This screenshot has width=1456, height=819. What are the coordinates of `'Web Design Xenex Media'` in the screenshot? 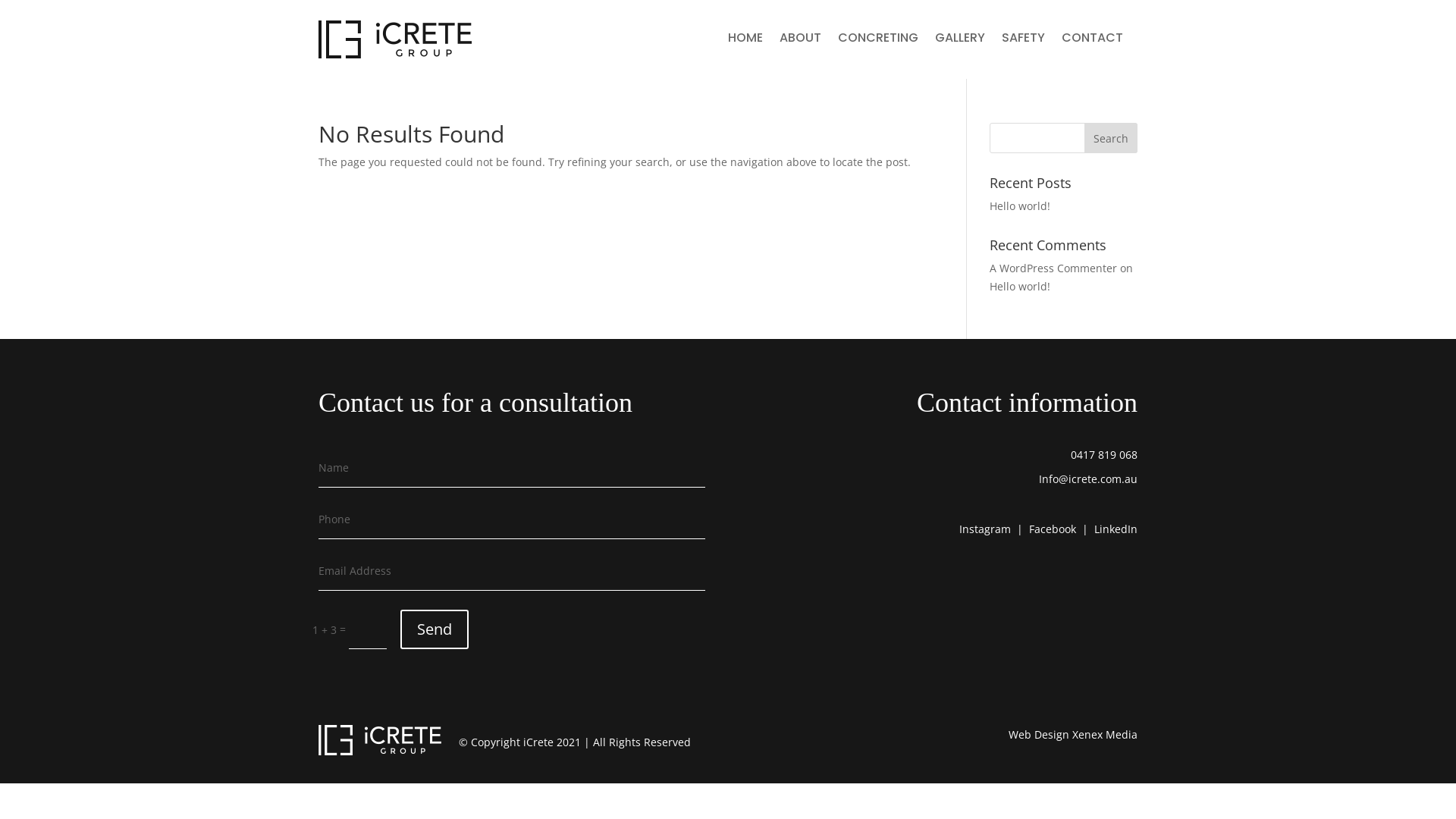 It's located at (1072, 733).